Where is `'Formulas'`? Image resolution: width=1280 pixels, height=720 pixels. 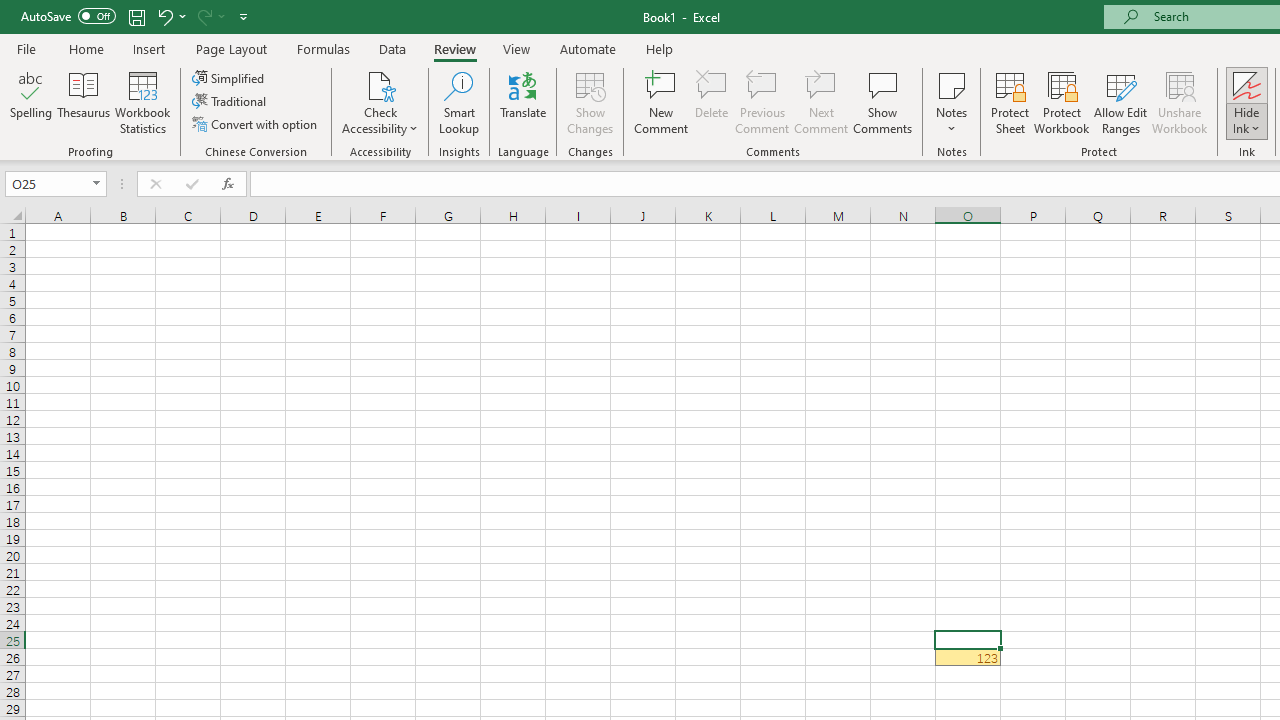
'Formulas' is located at coordinates (323, 48).